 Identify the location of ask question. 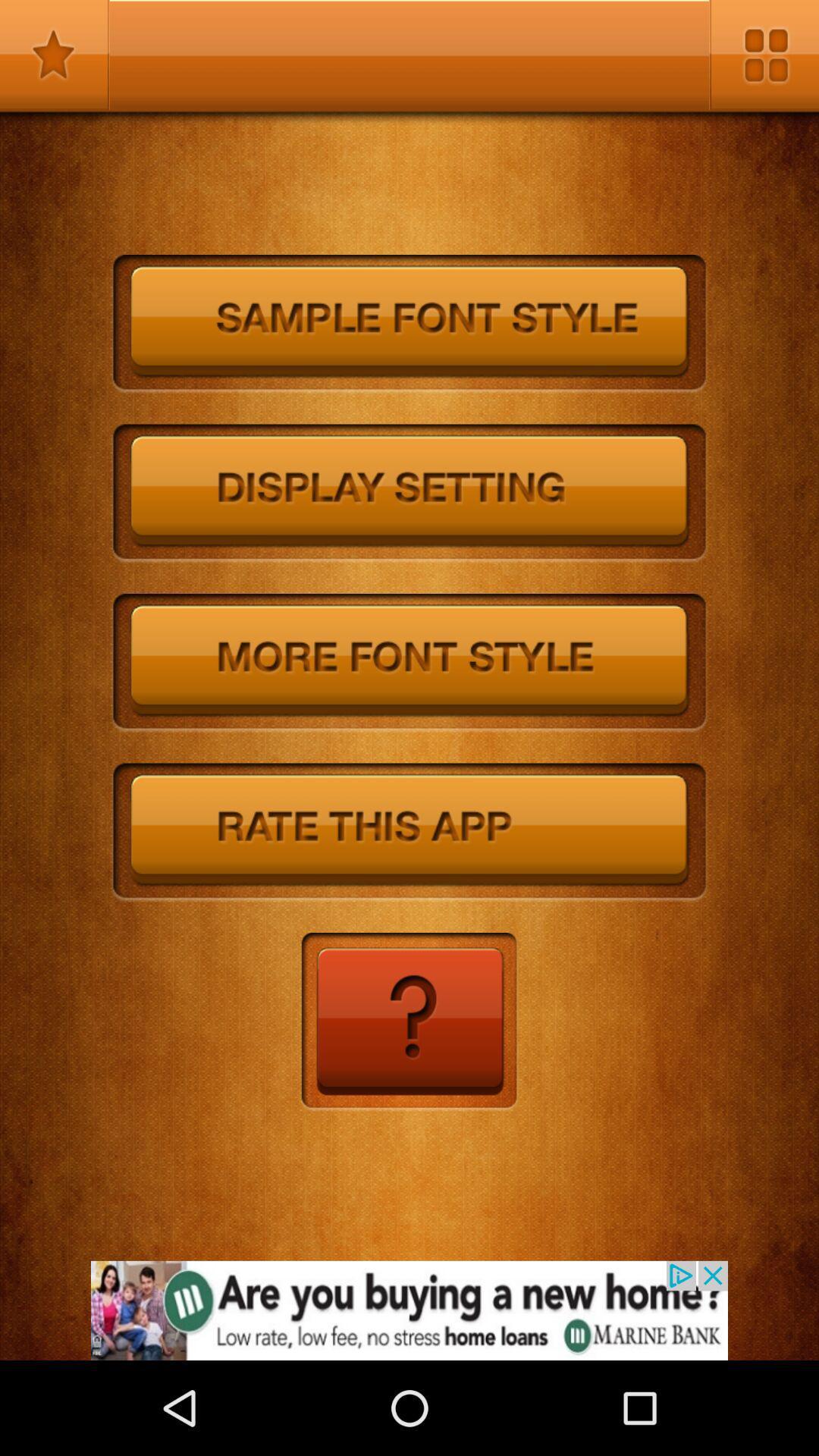
(408, 1022).